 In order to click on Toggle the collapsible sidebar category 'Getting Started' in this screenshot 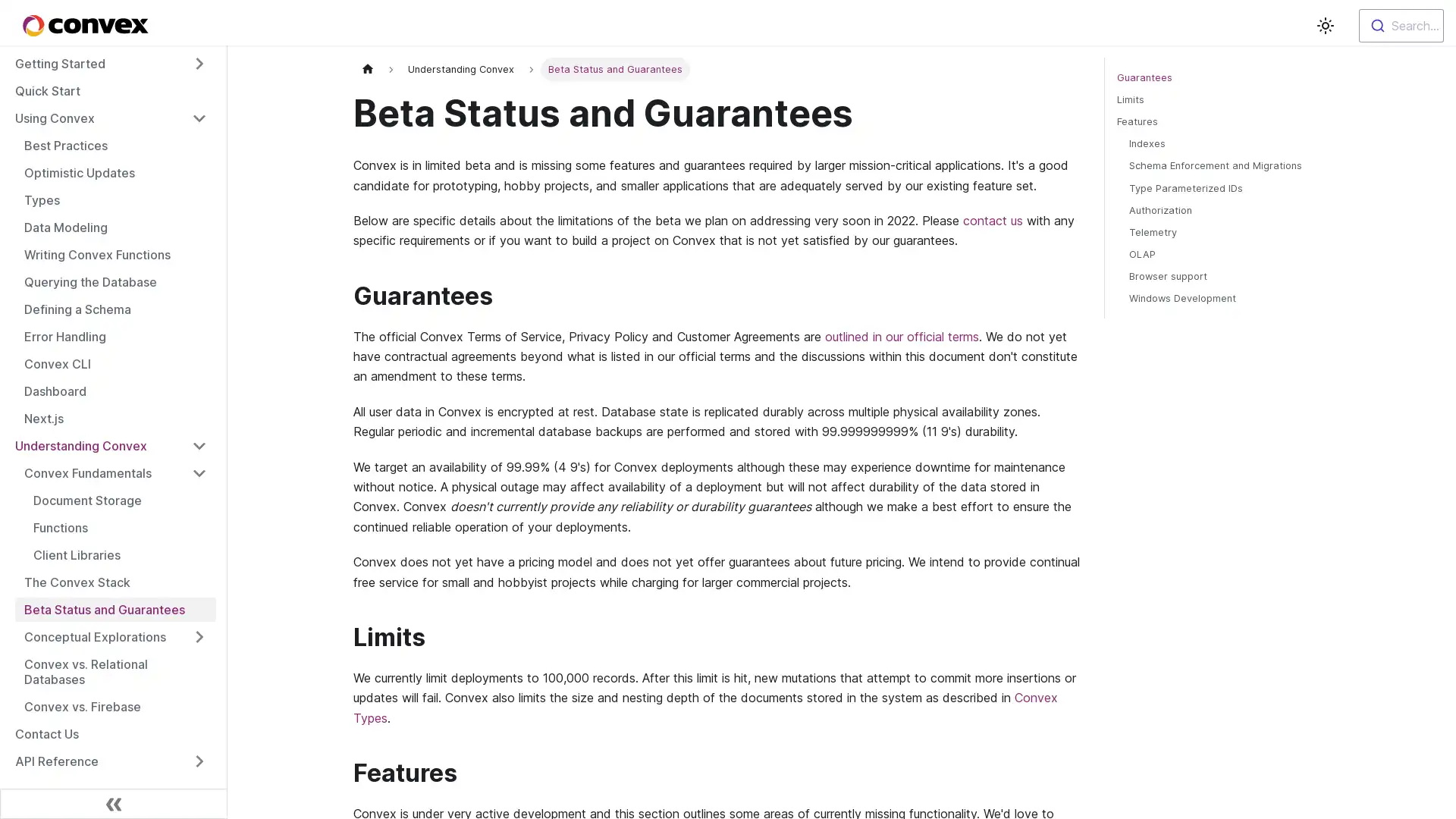, I will do `click(199, 63)`.